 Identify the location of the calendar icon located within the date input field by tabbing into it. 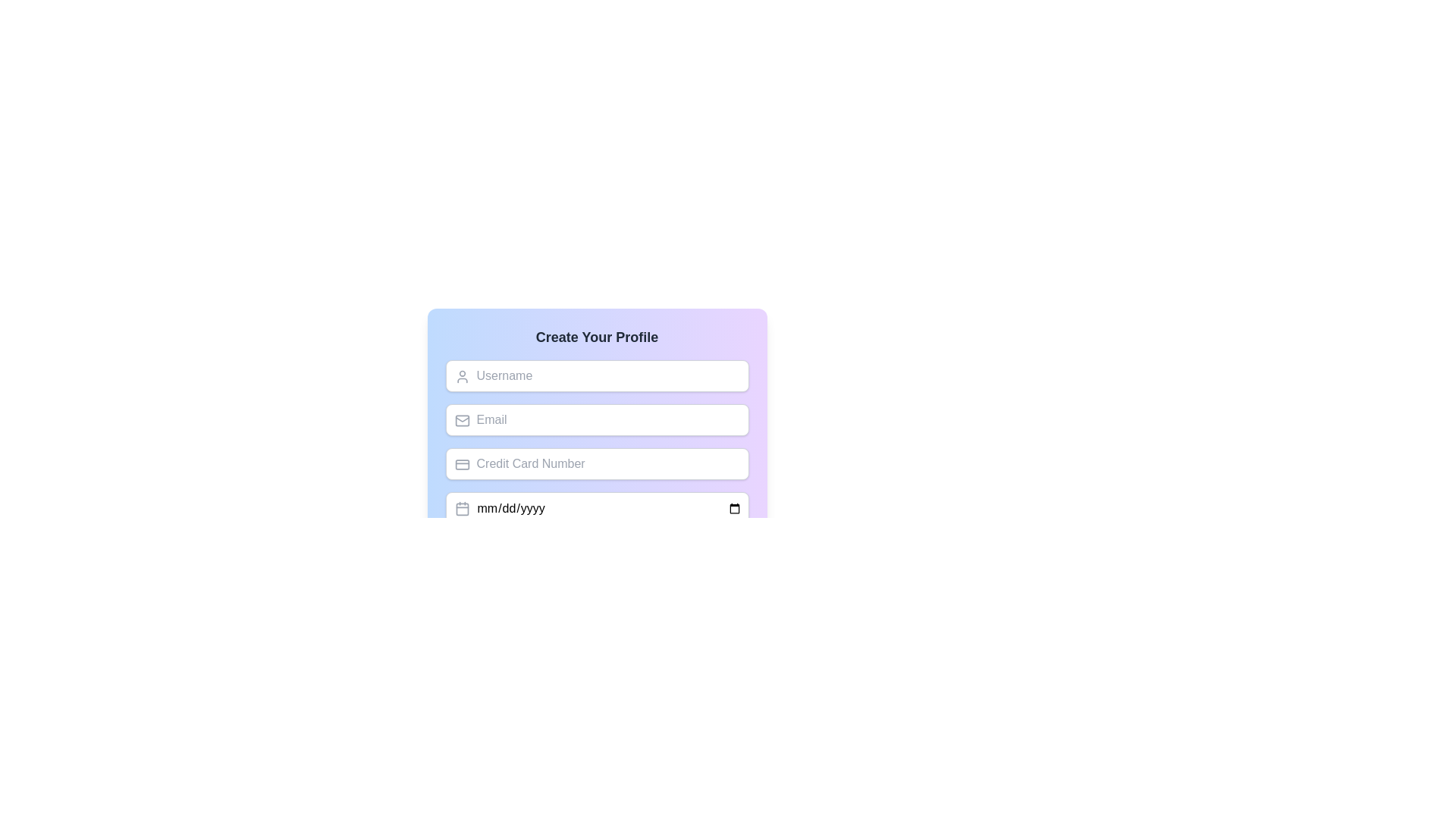
(461, 509).